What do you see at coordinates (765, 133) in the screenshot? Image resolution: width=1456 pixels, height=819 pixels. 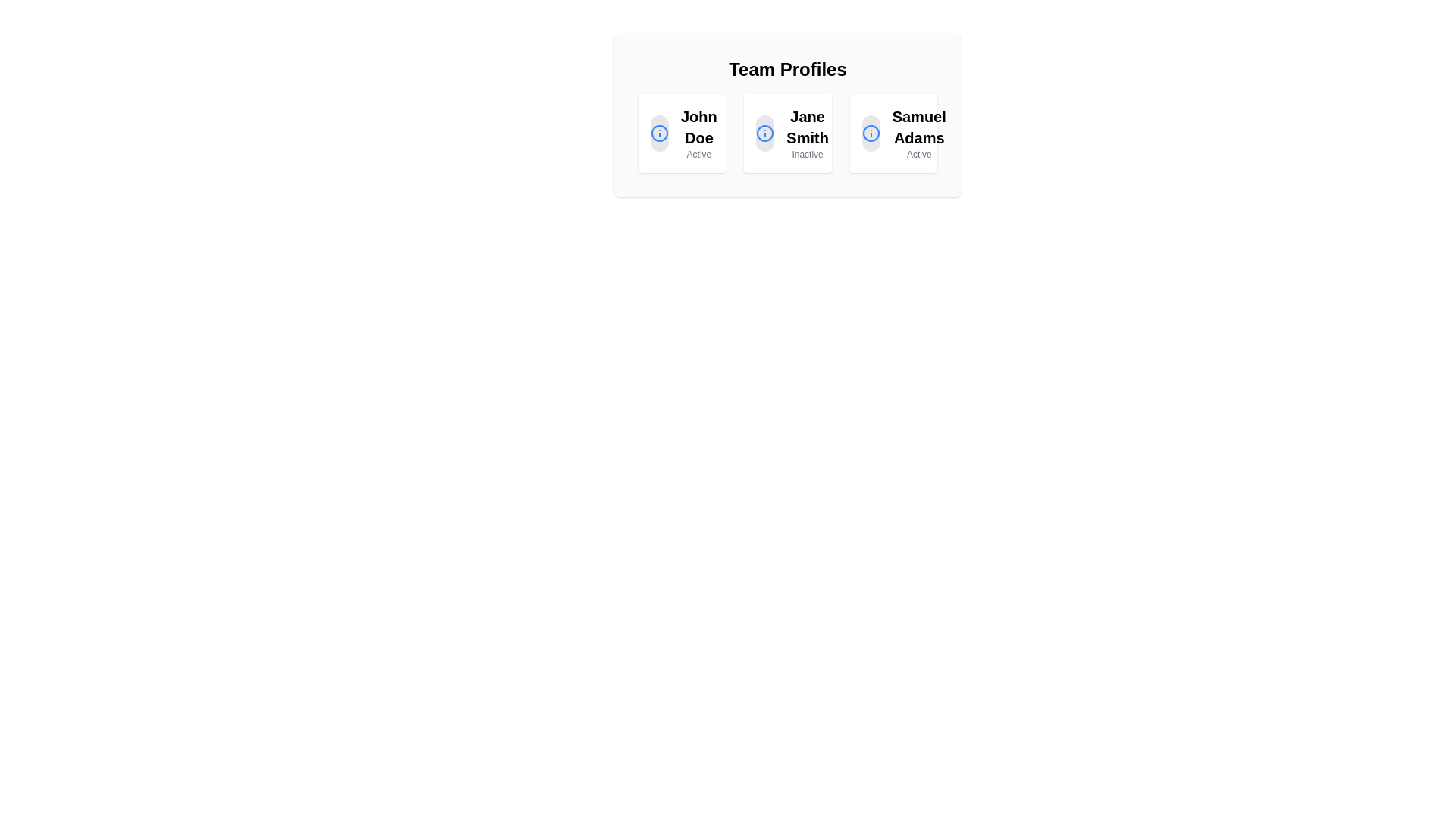 I see `the vibrant blue circular SVG element that is part of the information icon in the 'Jane Smith' profile card located in the 'Team Profiles' section` at bounding box center [765, 133].